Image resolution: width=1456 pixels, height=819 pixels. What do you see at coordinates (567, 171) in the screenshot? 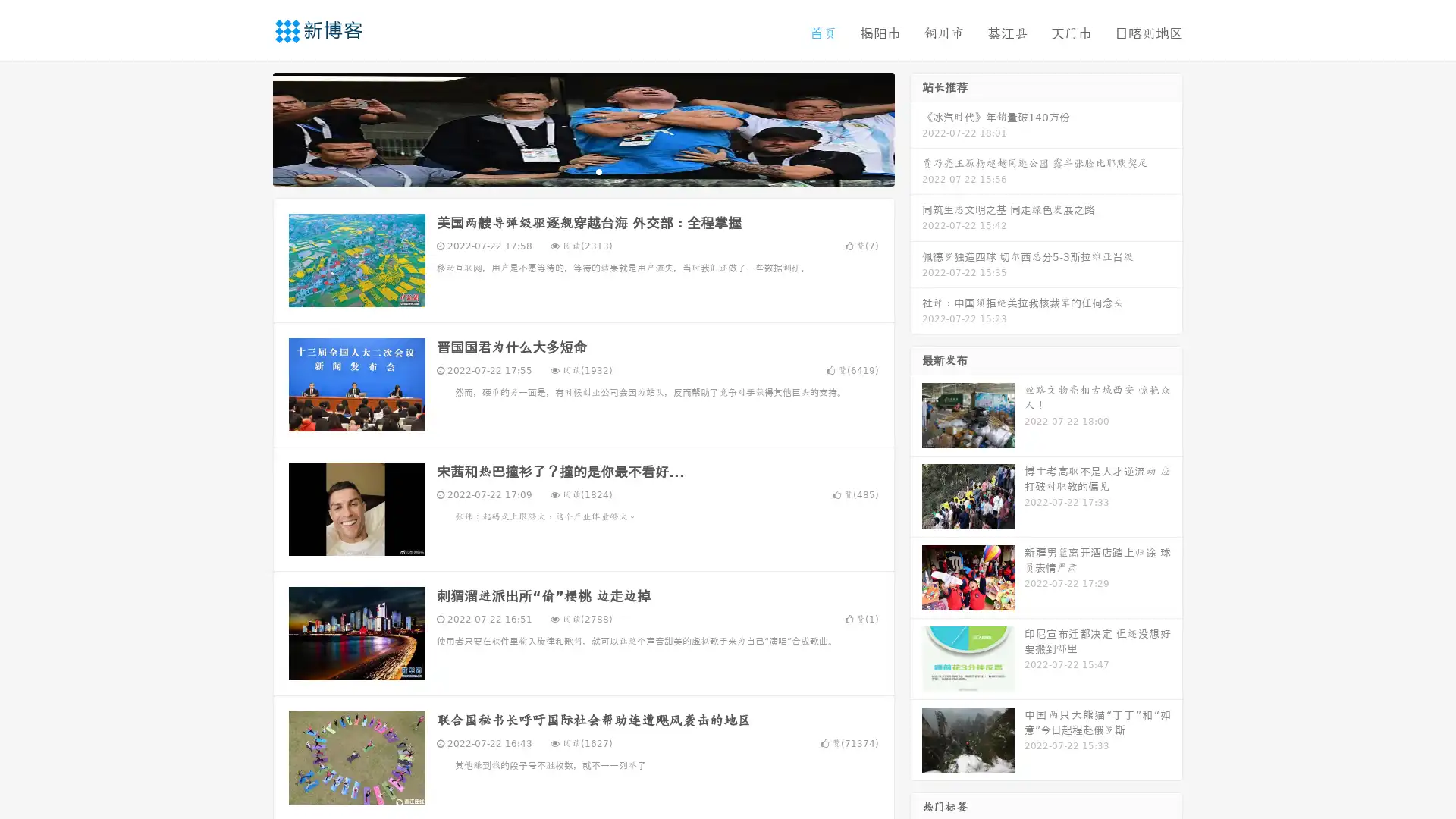
I see `Go to slide 1` at bounding box center [567, 171].